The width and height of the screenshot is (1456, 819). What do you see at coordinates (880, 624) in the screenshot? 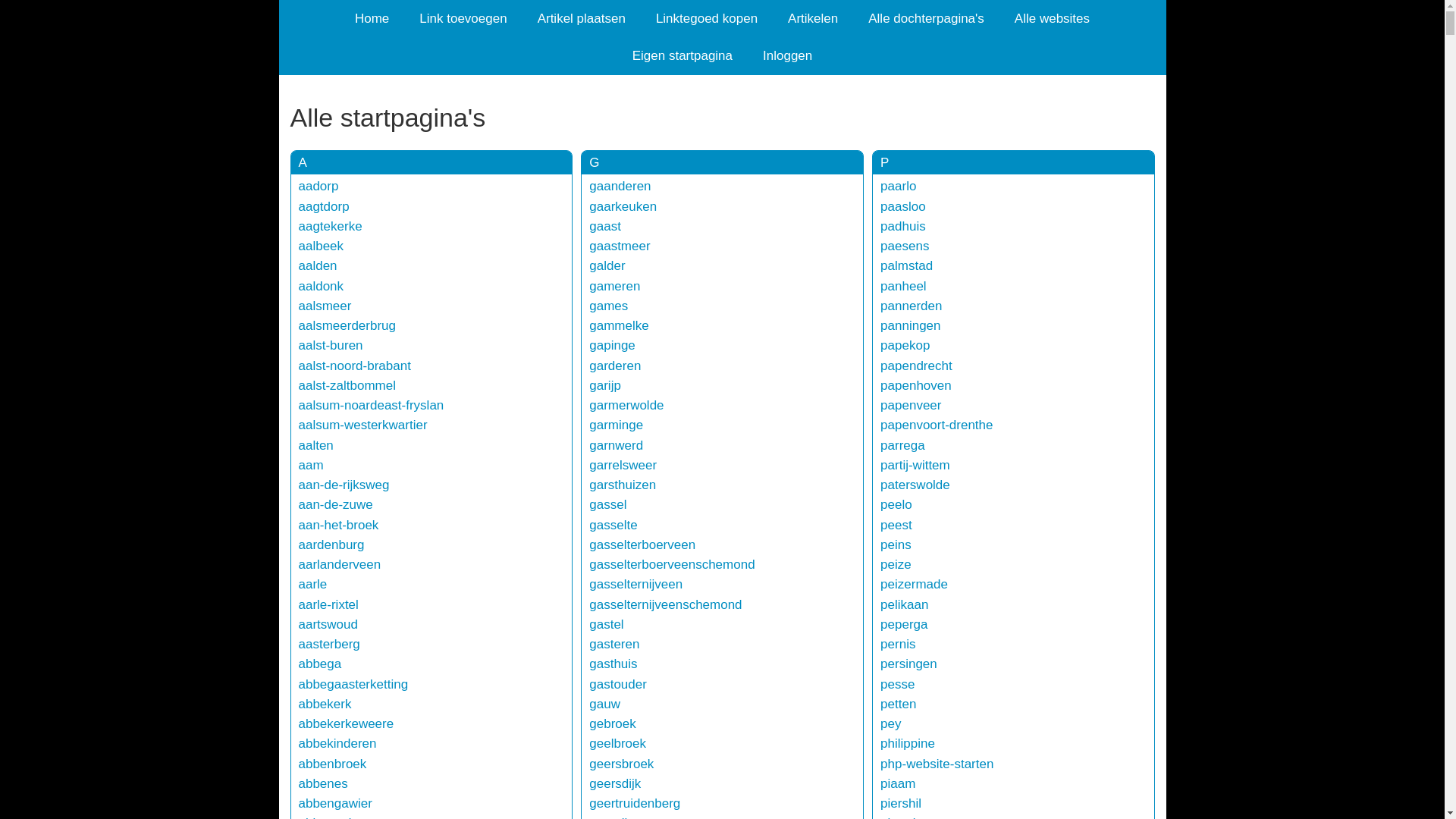
I see `'peperga'` at bounding box center [880, 624].